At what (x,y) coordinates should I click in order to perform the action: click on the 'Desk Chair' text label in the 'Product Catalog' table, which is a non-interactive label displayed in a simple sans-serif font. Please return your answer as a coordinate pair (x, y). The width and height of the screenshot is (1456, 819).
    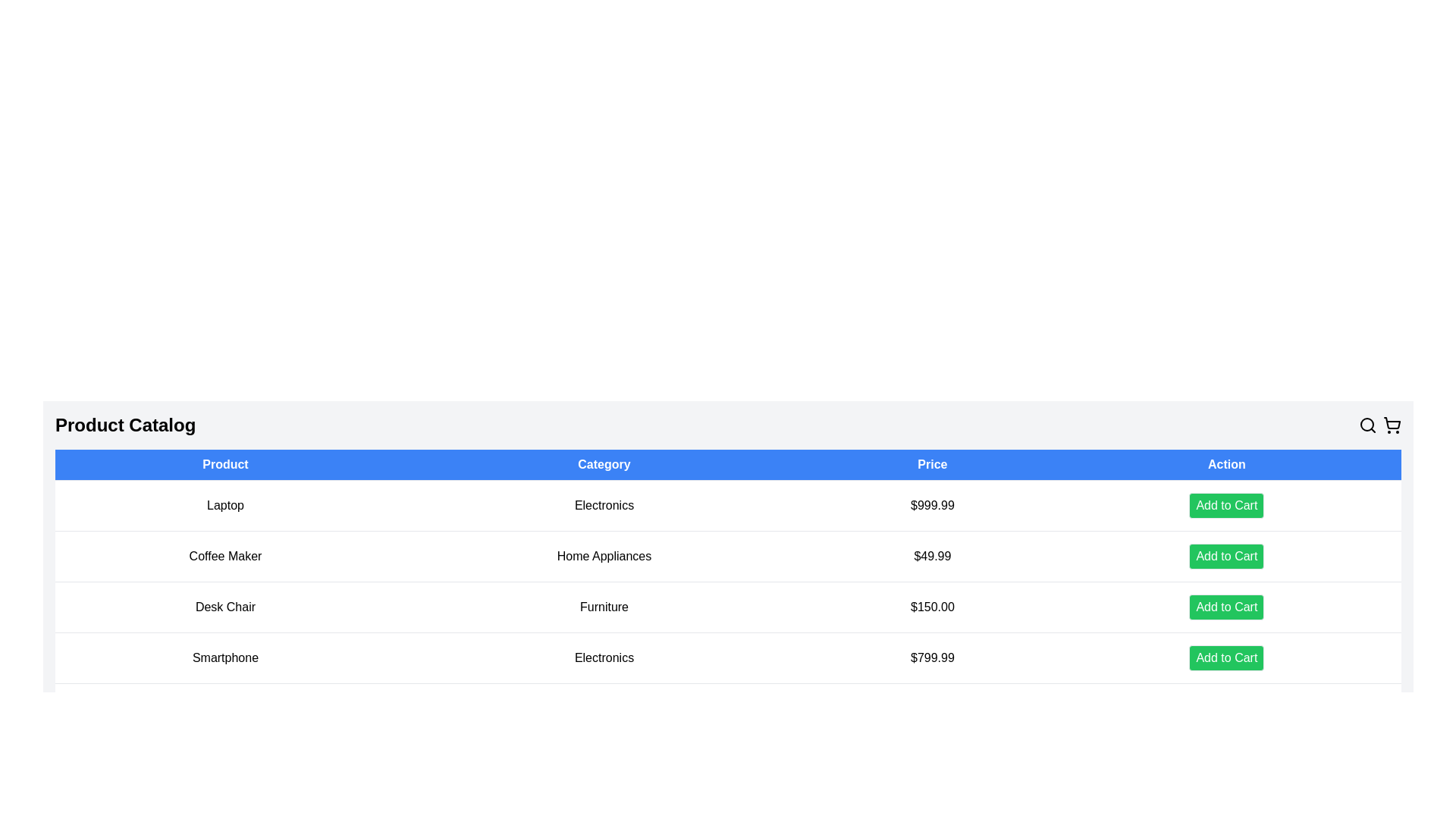
    Looking at the image, I should click on (224, 607).